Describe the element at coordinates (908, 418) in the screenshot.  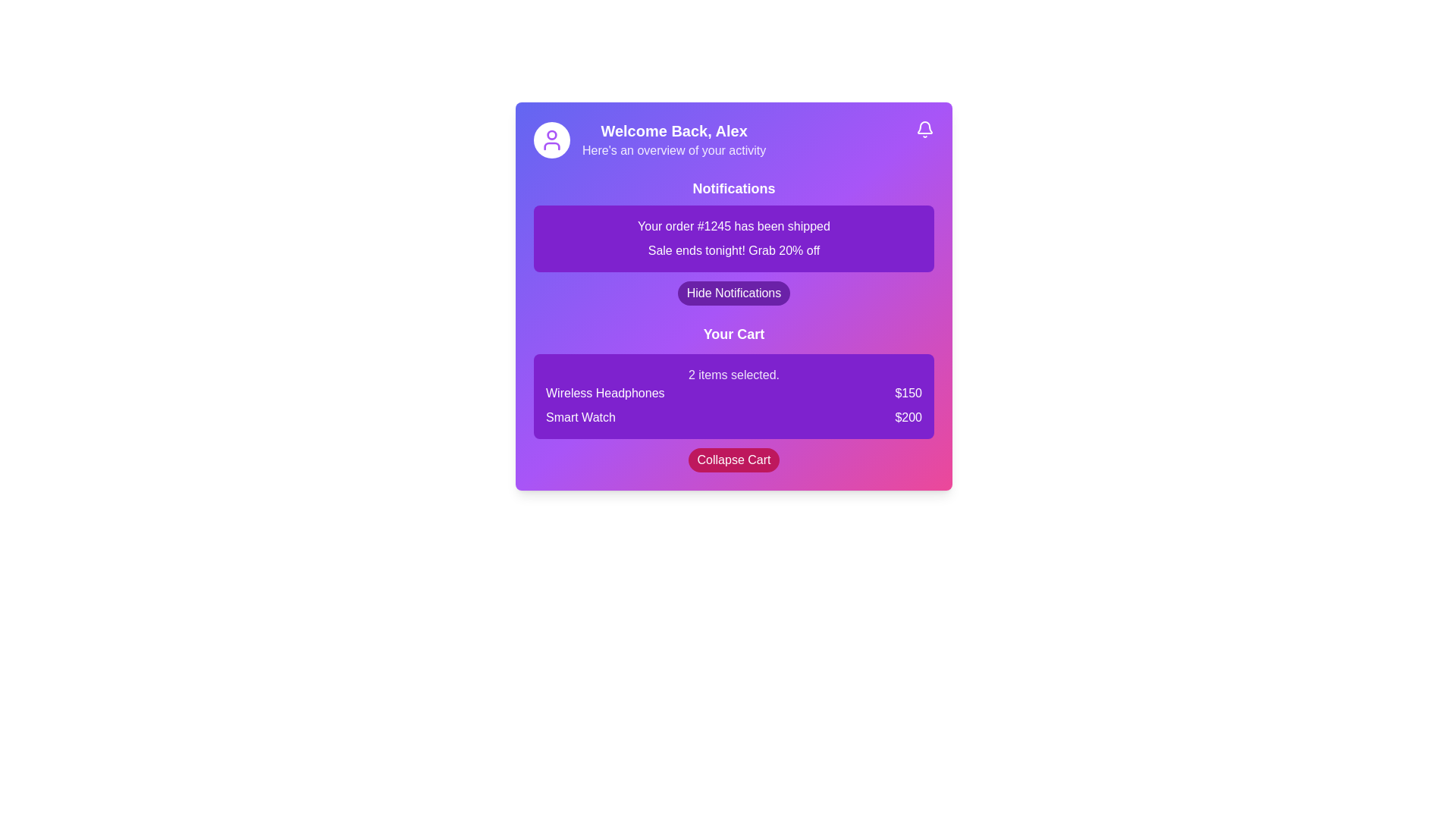
I see `price information displayed in the white text label showing '$200', which is located in the bottom-right section of the 'Your Cart' area, next to the 'Smart Watch' item` at that location.